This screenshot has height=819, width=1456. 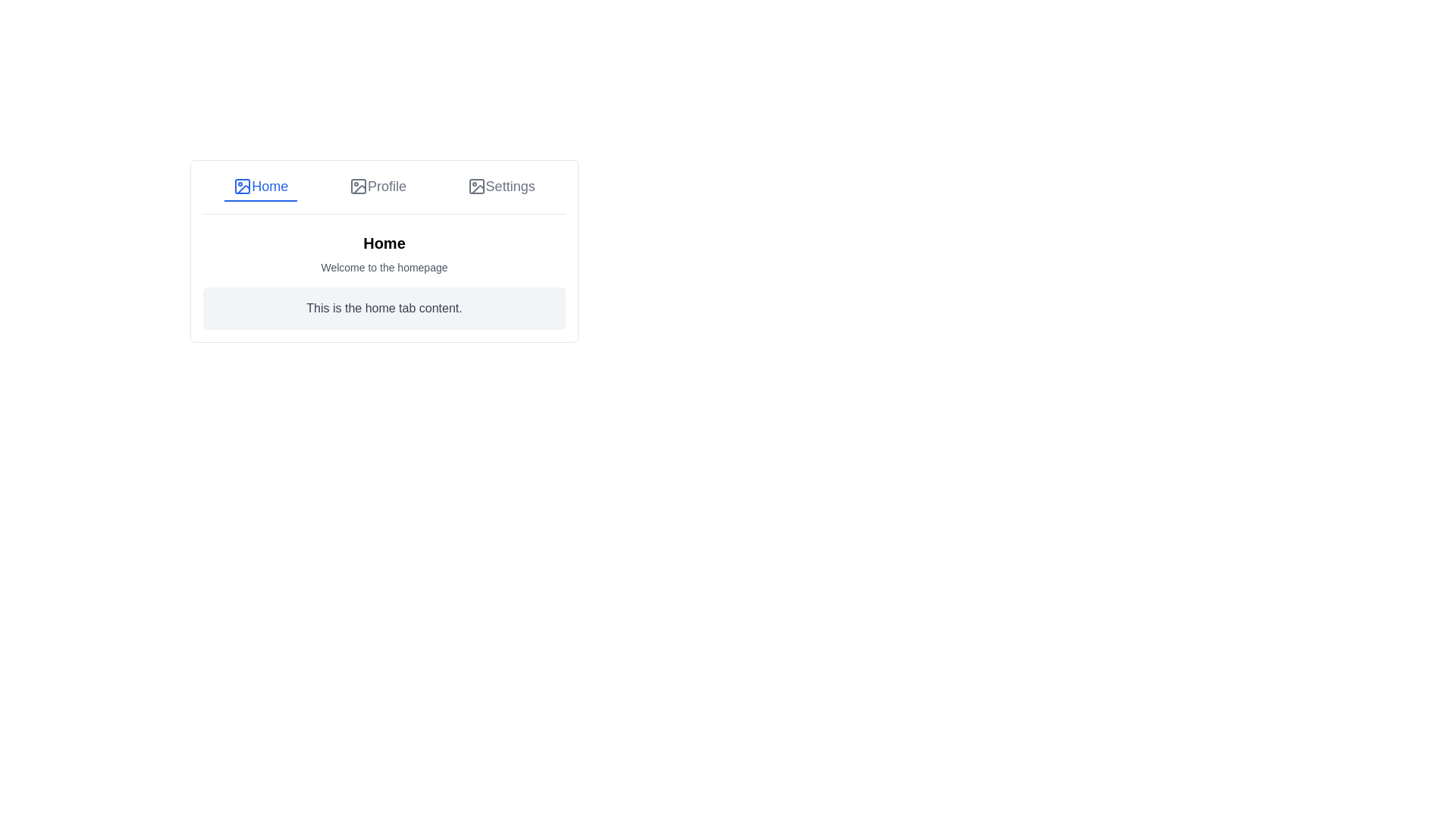 What do you see at coordinates (357, 186) in the screenshot?
I see `the Profile icon in the navigation bar` at bounding box center [357, 186].